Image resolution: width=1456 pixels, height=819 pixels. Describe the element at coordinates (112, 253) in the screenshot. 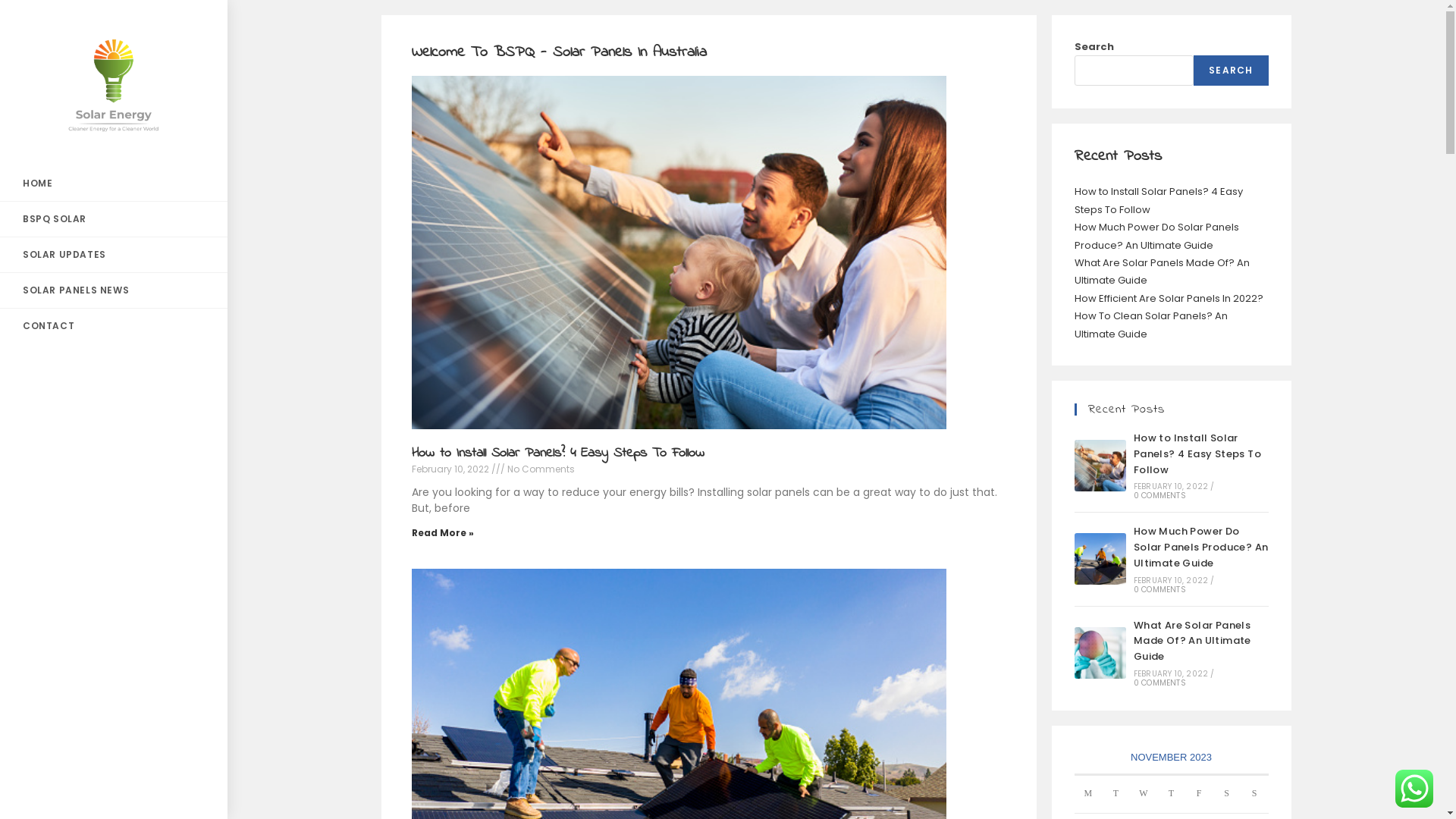

I see `'SOLAR UPDATES'` at that location.